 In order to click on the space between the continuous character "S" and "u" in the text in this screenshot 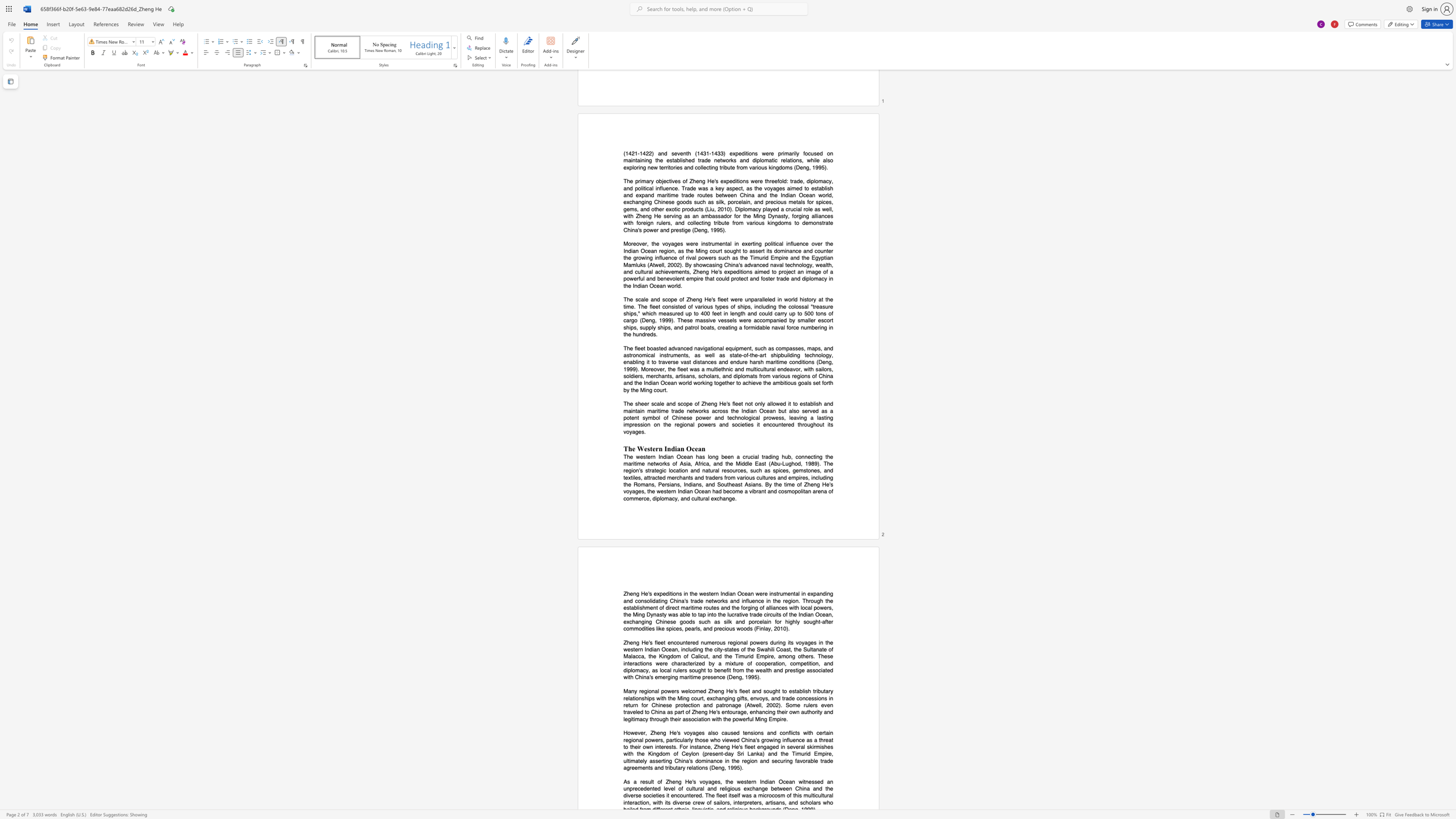, I will do `click(807, 649)`.